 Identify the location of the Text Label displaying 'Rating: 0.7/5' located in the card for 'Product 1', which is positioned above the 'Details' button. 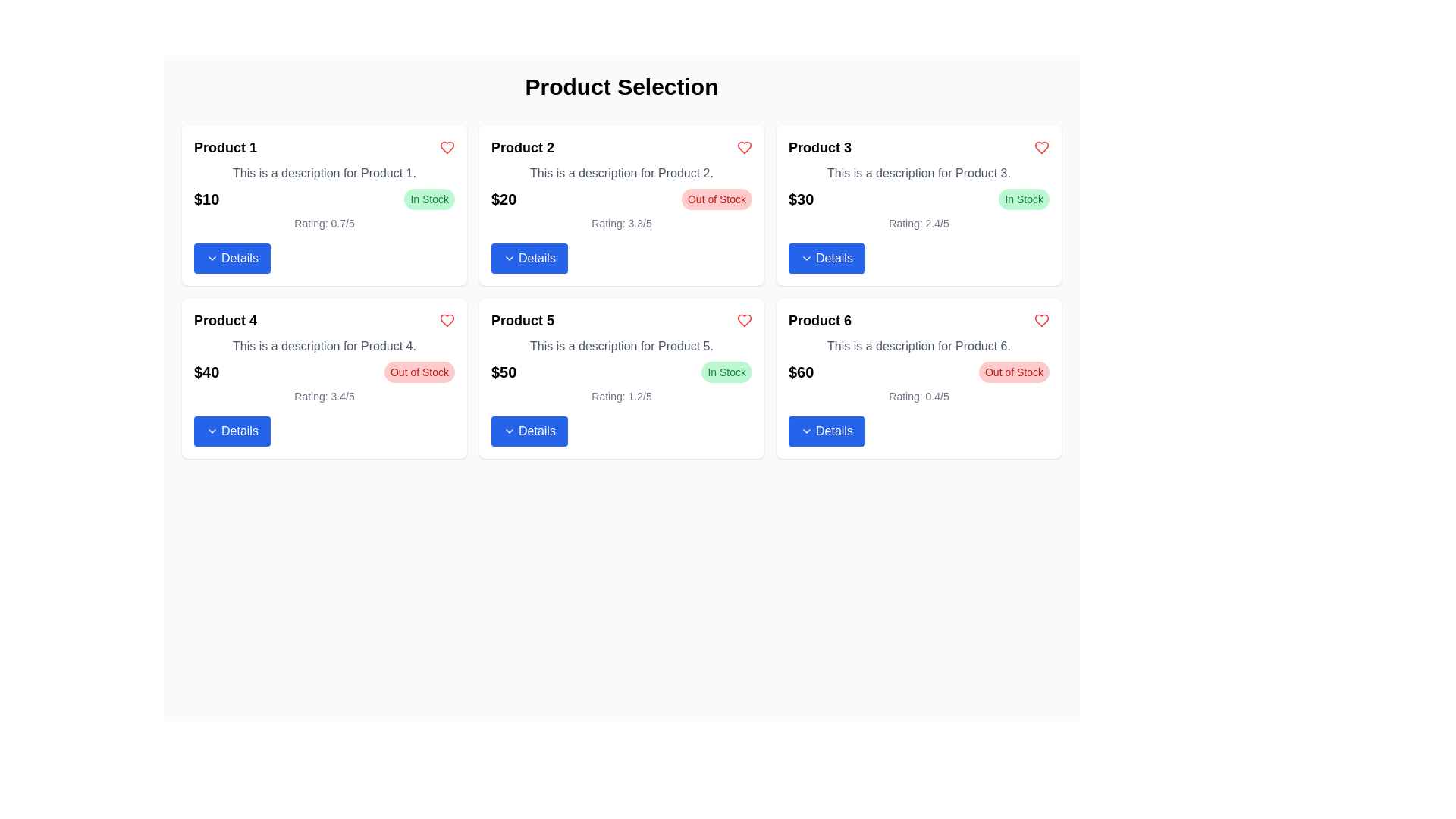
(323, 223).